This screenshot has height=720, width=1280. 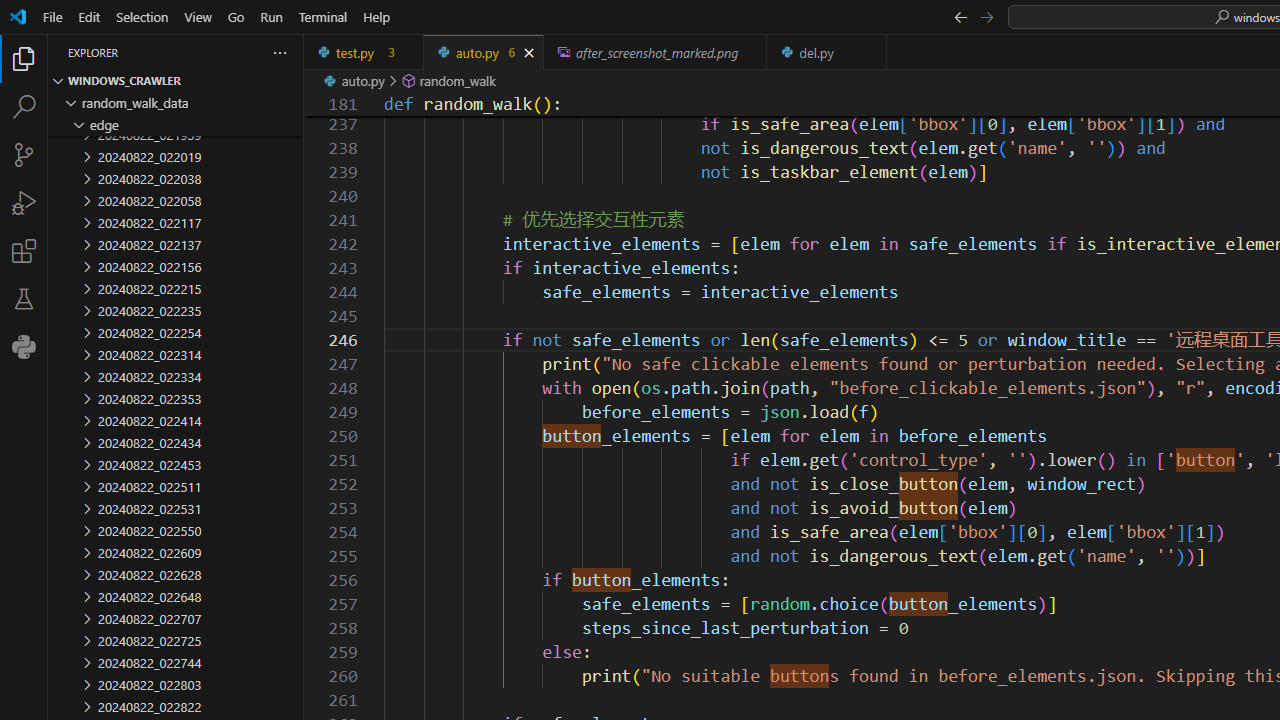 What do you see at coordinates (483, 51) in the screenshot?
I see `'auto.py'` at bounding box center [483, 51].